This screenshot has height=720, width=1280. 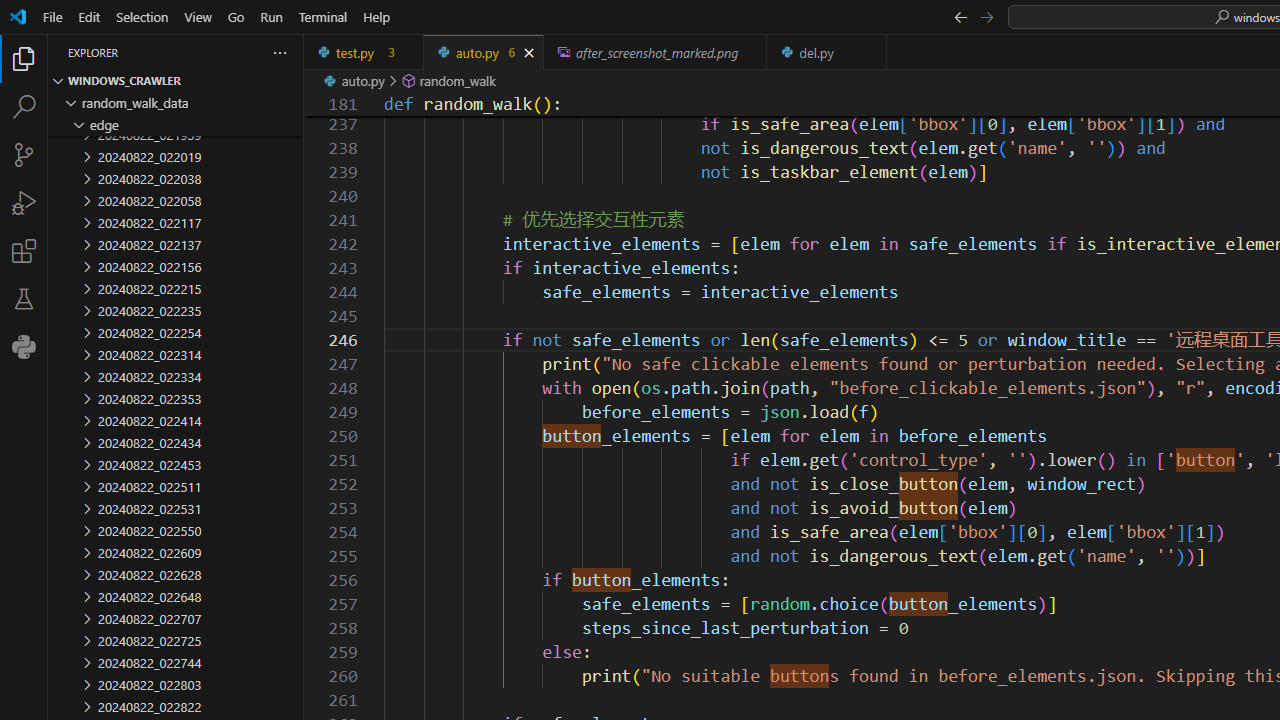 What do you see at coordinates (483, 51) in the screenshot?
I see `'auto.py'` at bounding box center [483, 51].